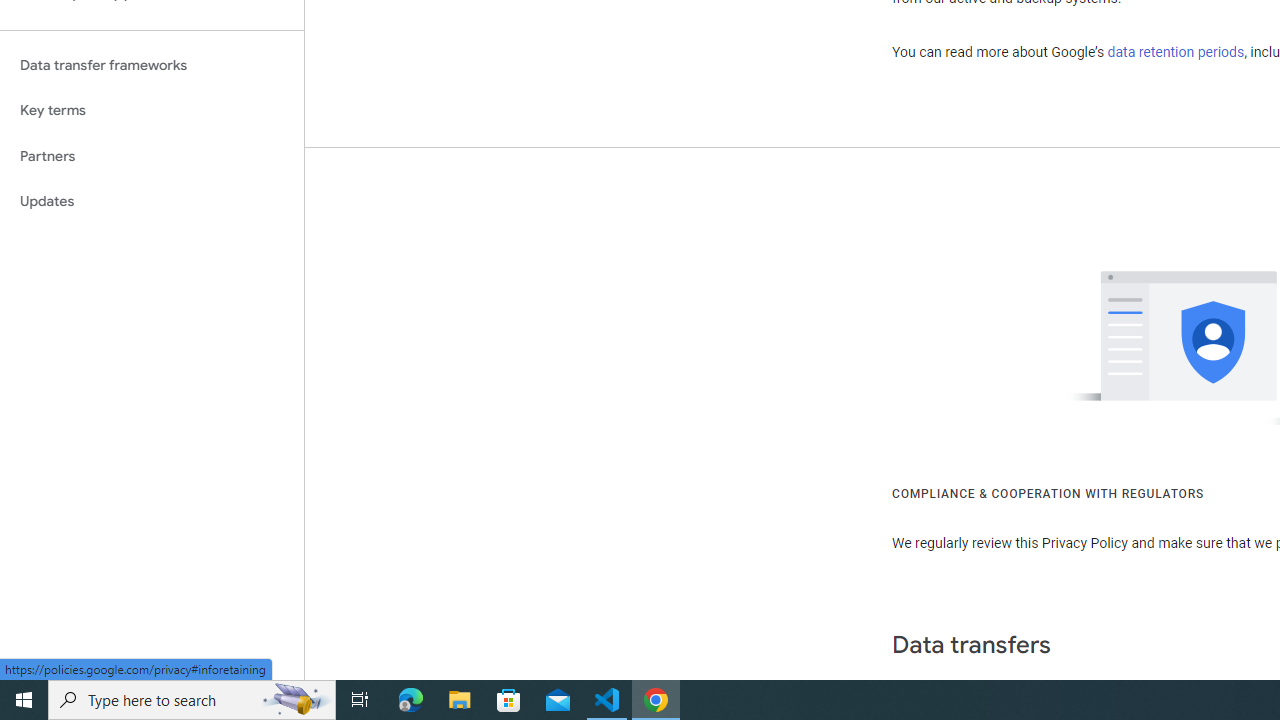  Describe the element at coordinates (151, 64) in the screenshot. I see `'Data transfer frameworks'` at that location.